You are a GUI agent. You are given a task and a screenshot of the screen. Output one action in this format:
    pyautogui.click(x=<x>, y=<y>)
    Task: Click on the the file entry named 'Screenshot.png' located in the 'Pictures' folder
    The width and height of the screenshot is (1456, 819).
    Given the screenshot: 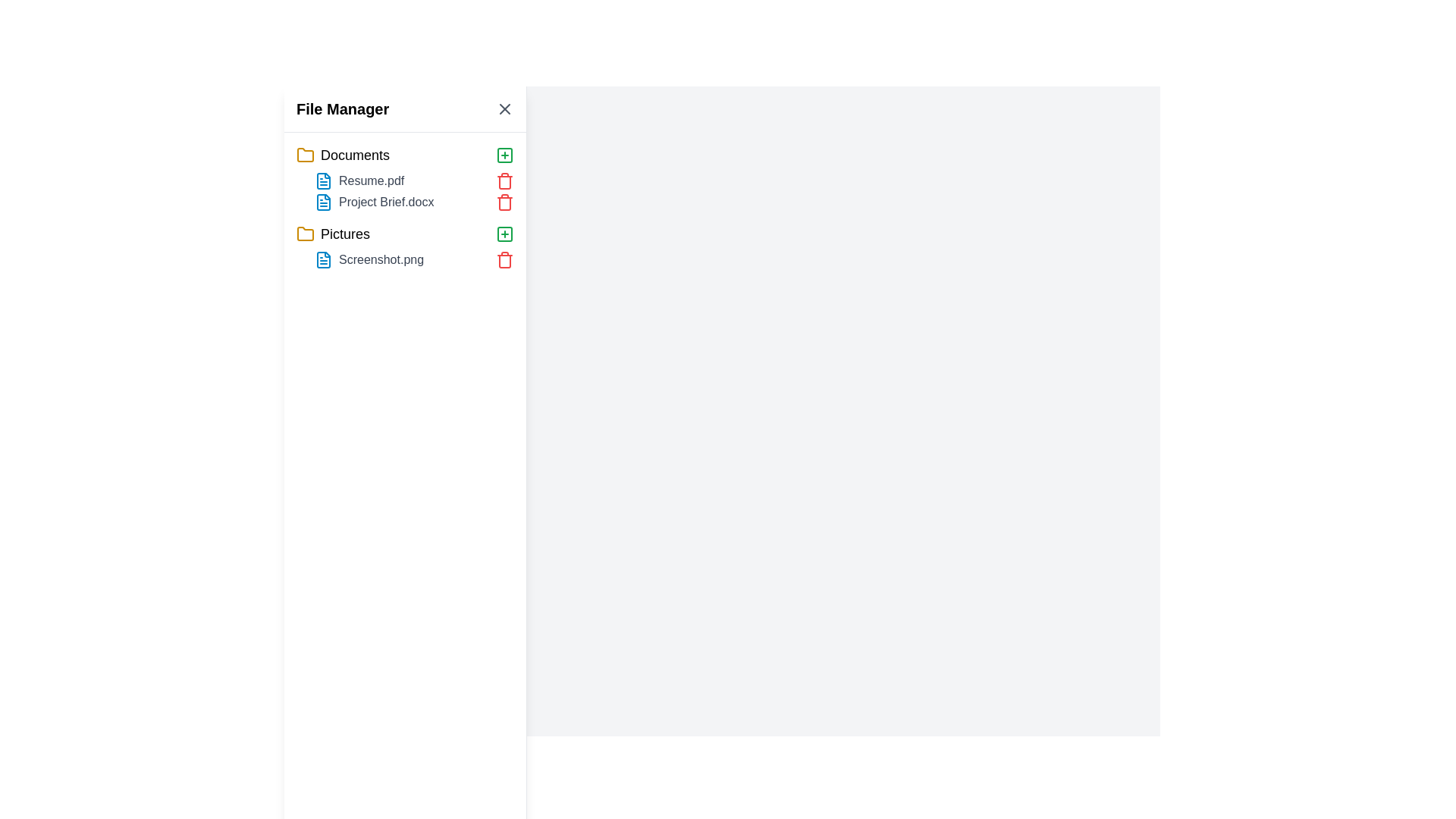 What is the action you would take?
    pyautogui.click(x=405, y=245)
    